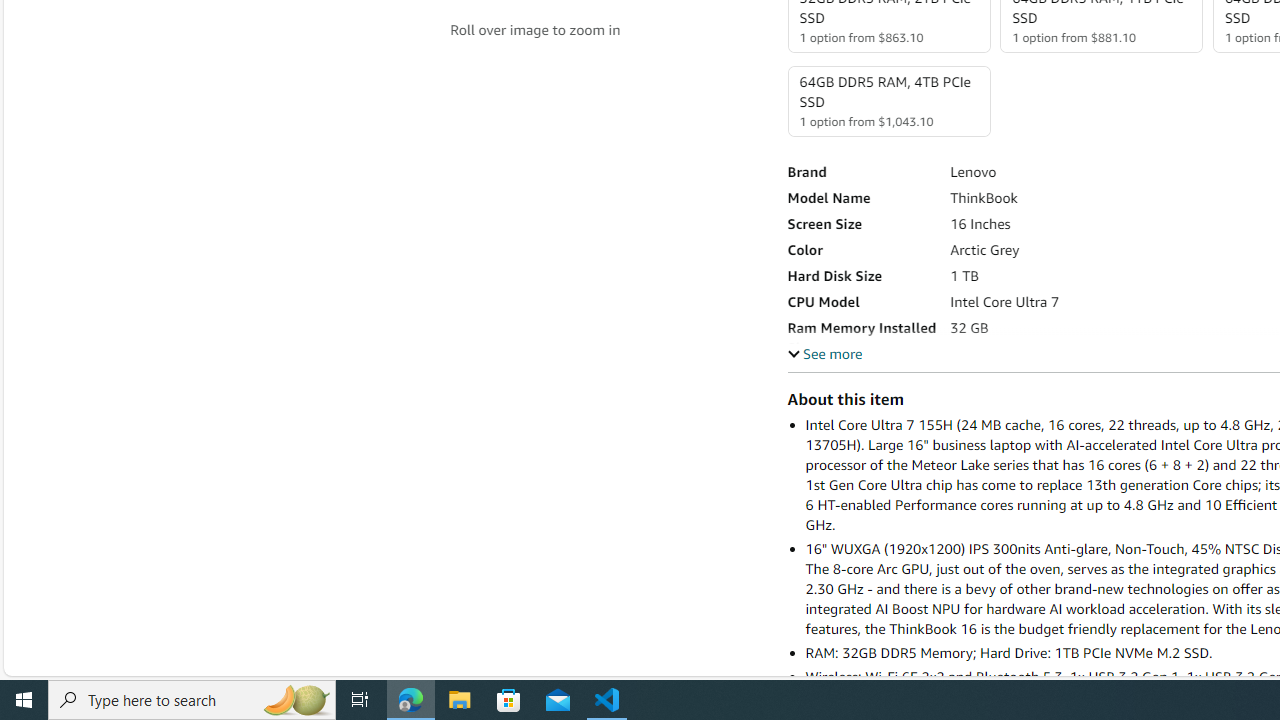  Describe the element at coordinates (887, 101) in the screenshot. I see `'64GB DDR5 RAM, 4TB PCIe SSD 1 option from $1,043.10'` at that location.